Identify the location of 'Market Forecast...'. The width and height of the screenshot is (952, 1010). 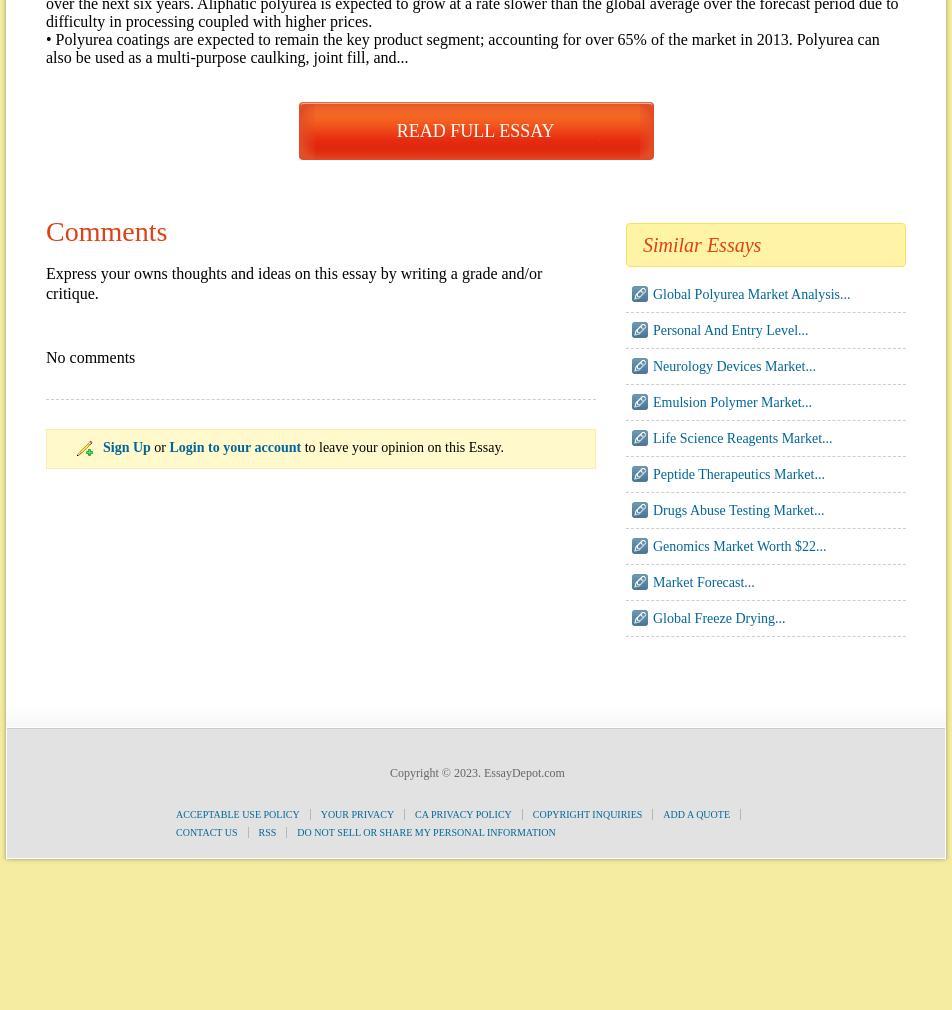
(703, 581).